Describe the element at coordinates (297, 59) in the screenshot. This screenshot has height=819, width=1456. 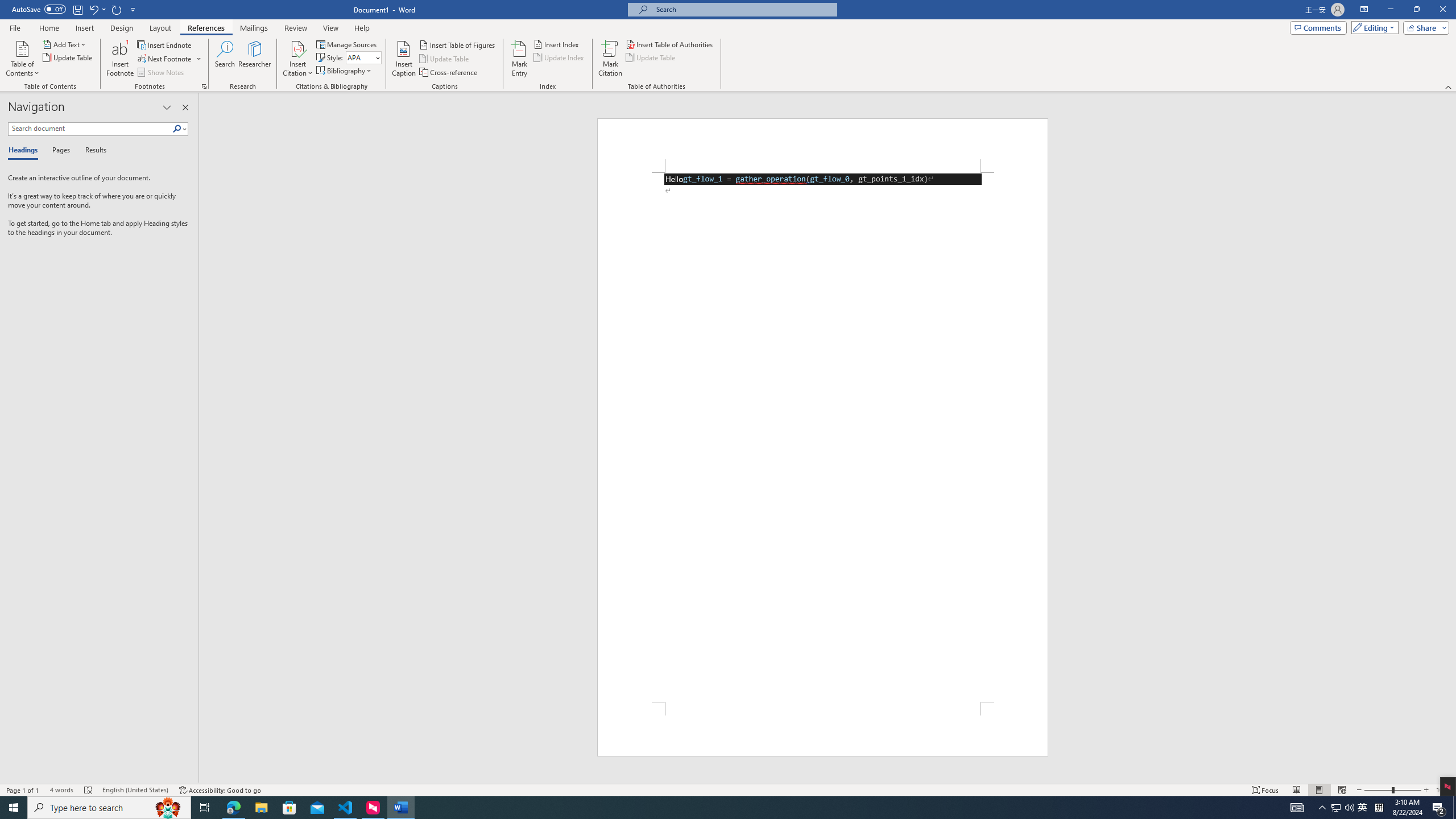
I see `'Insert Citation'` at that location.